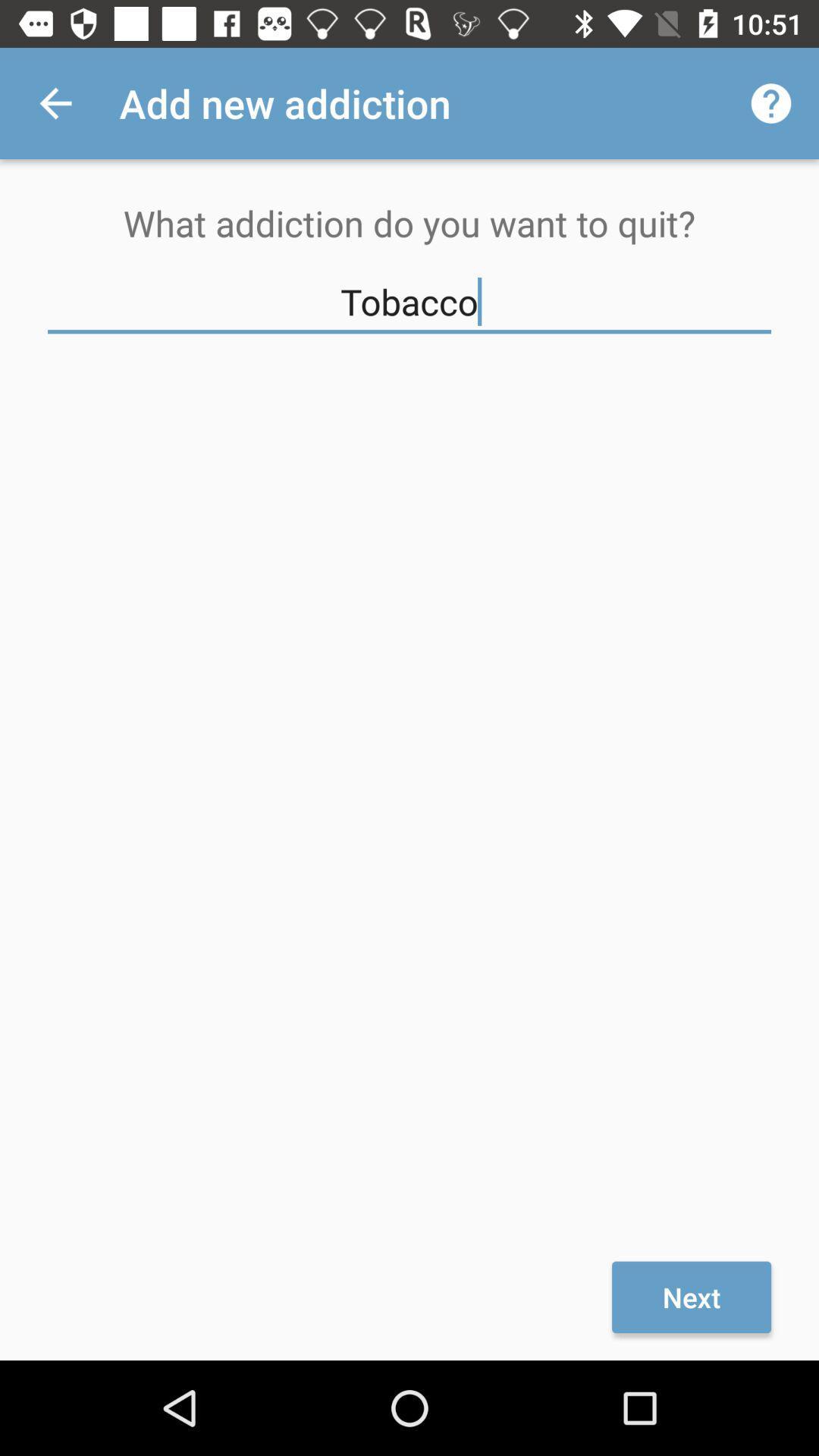 This screenshot has height=1456, width=819. I want to click on icon below the what addiction do icon, so click(409, 302).